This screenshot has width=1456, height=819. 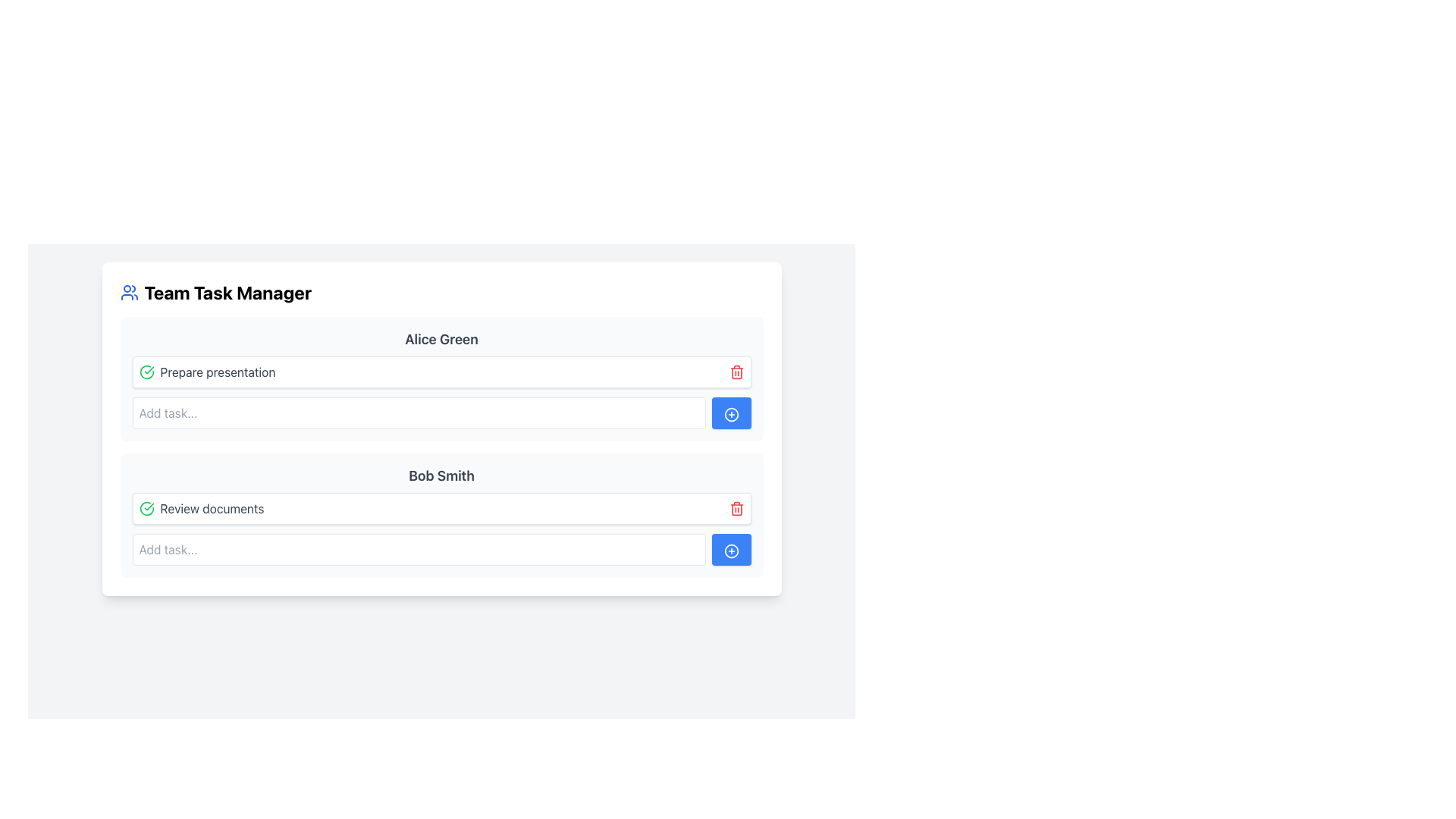 I want to click on the circular button with a blue border and a white '+' symbol located in the bottom-right corner of the 'Add task...' input field in the 'Bob Smith' section, so click(x=731, y=551).